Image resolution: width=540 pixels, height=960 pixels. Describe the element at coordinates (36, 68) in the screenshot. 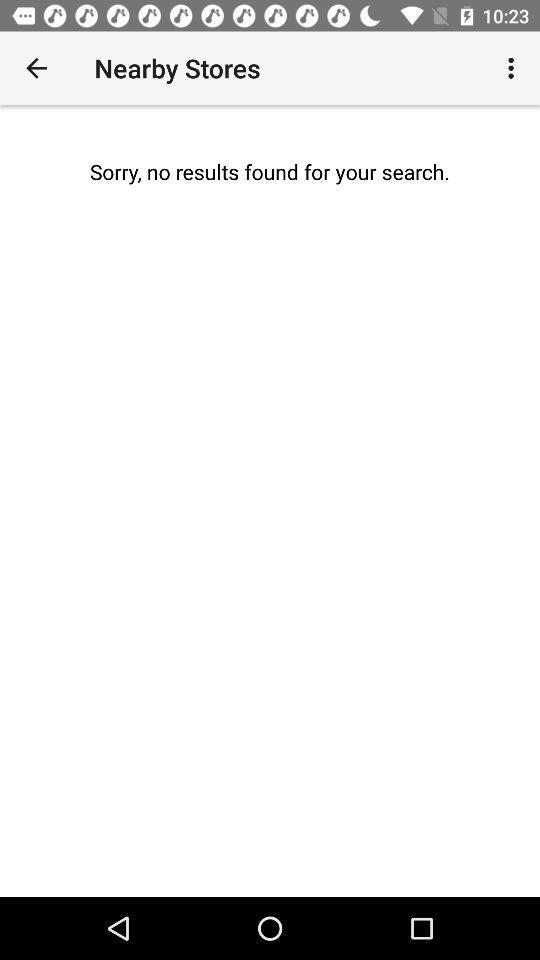

I see `icon to the left of nearby stores item` at that location.